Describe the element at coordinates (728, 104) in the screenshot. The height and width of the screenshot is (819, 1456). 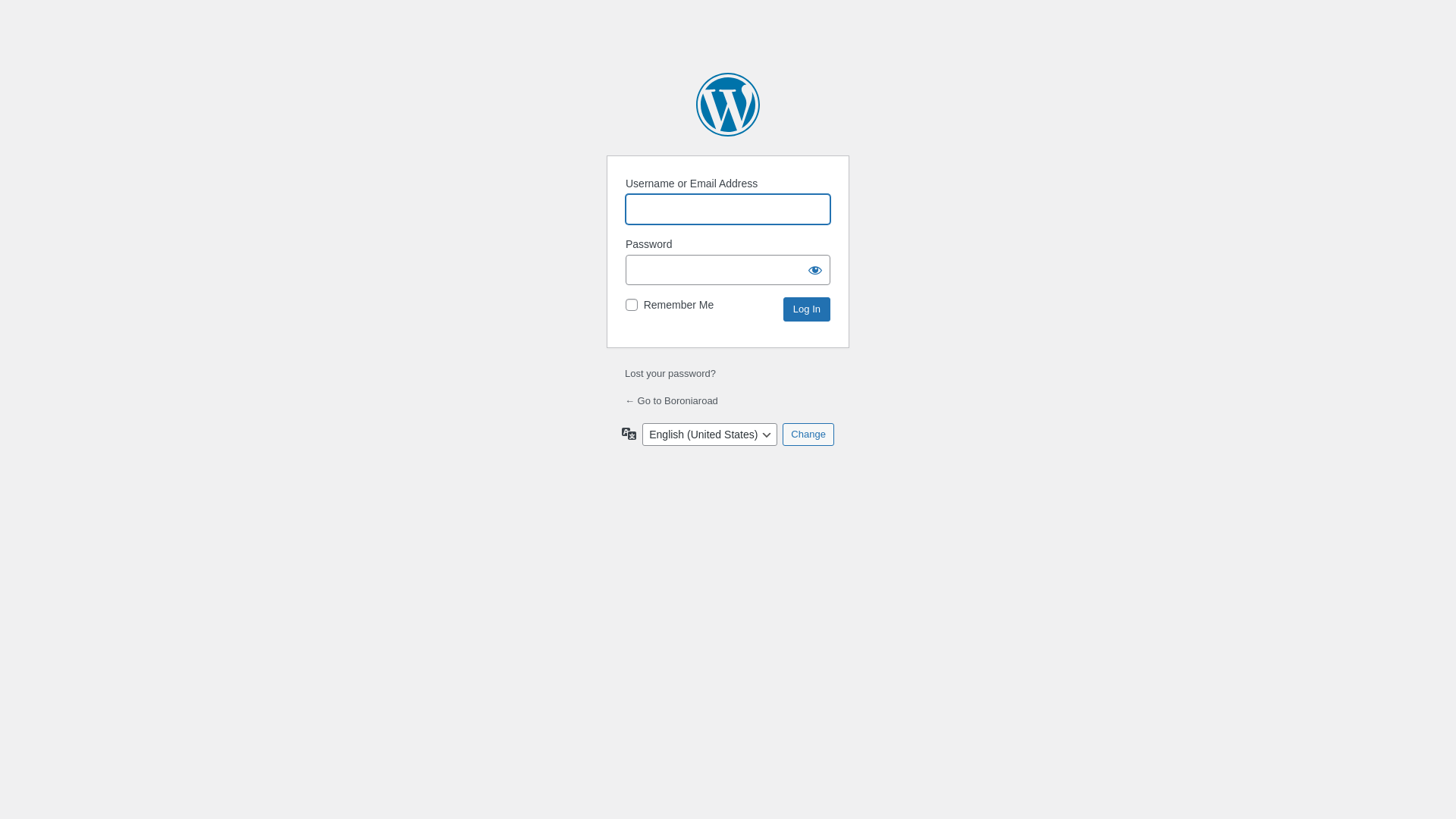
I see `'Powered by WordPress'` at that location.